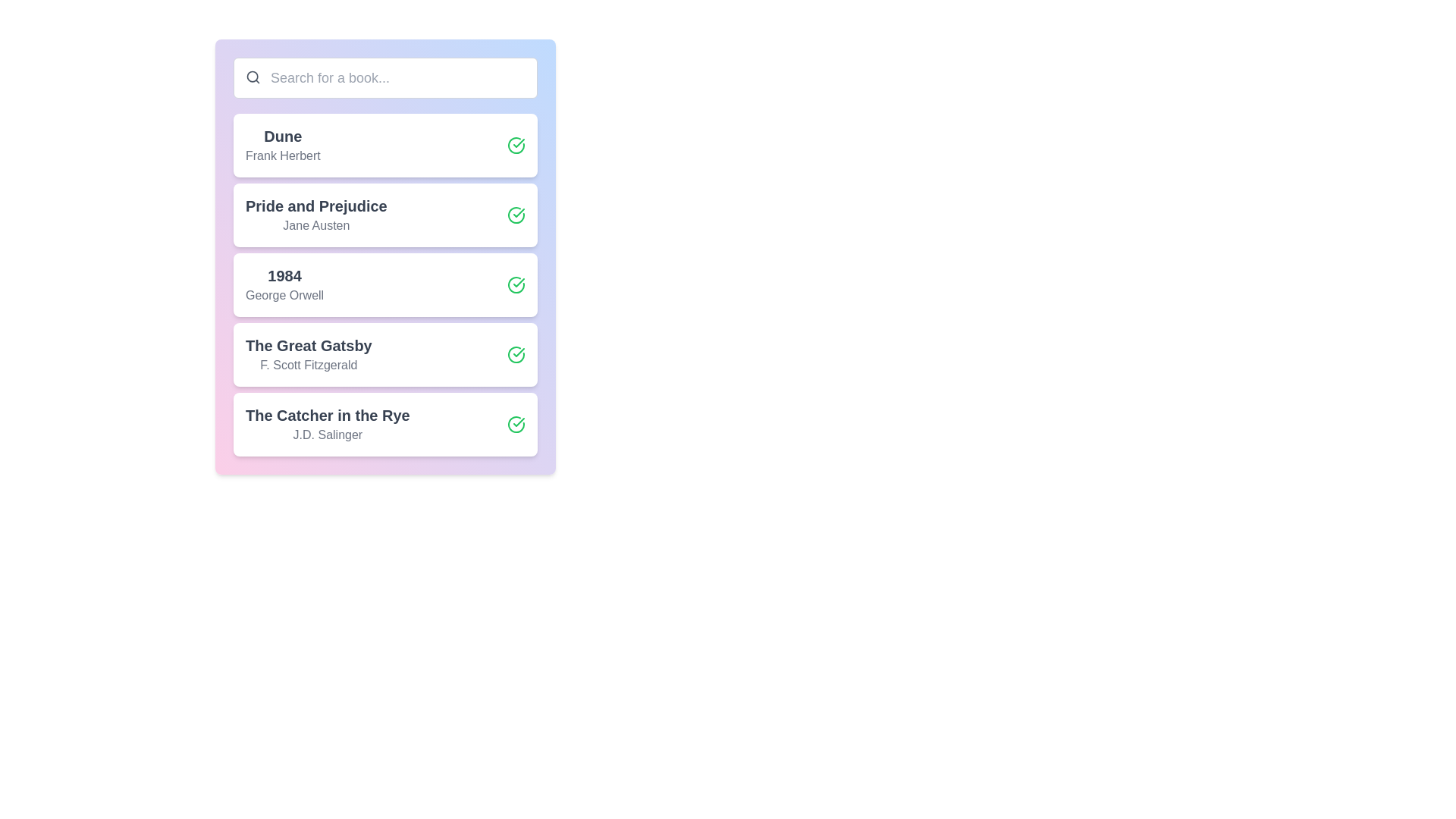 The height and width of the screenshot is (819, 1456). I want to click on the checkmark icon that indicates 'Pride and Prejudice' is selected, located on the right side of the second list entry, so click(519, 213).